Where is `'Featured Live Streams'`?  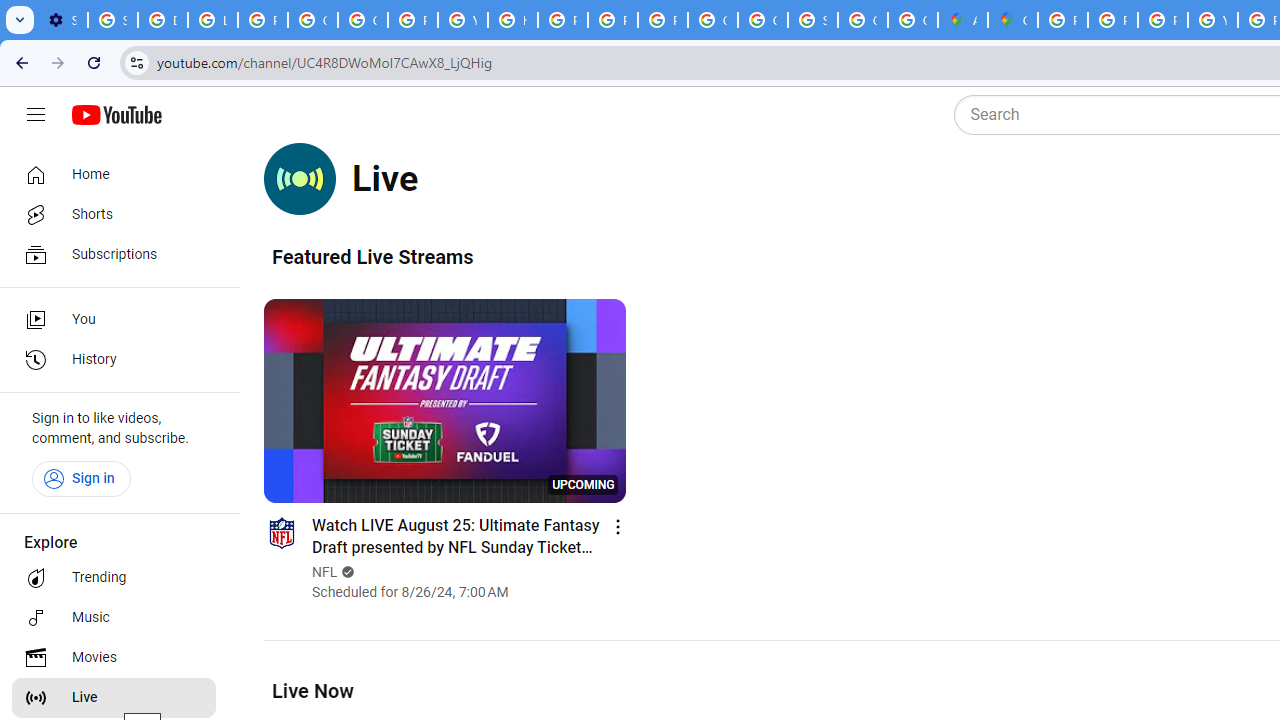 'Featured Live Streams' is located at coordinates (372, 256).